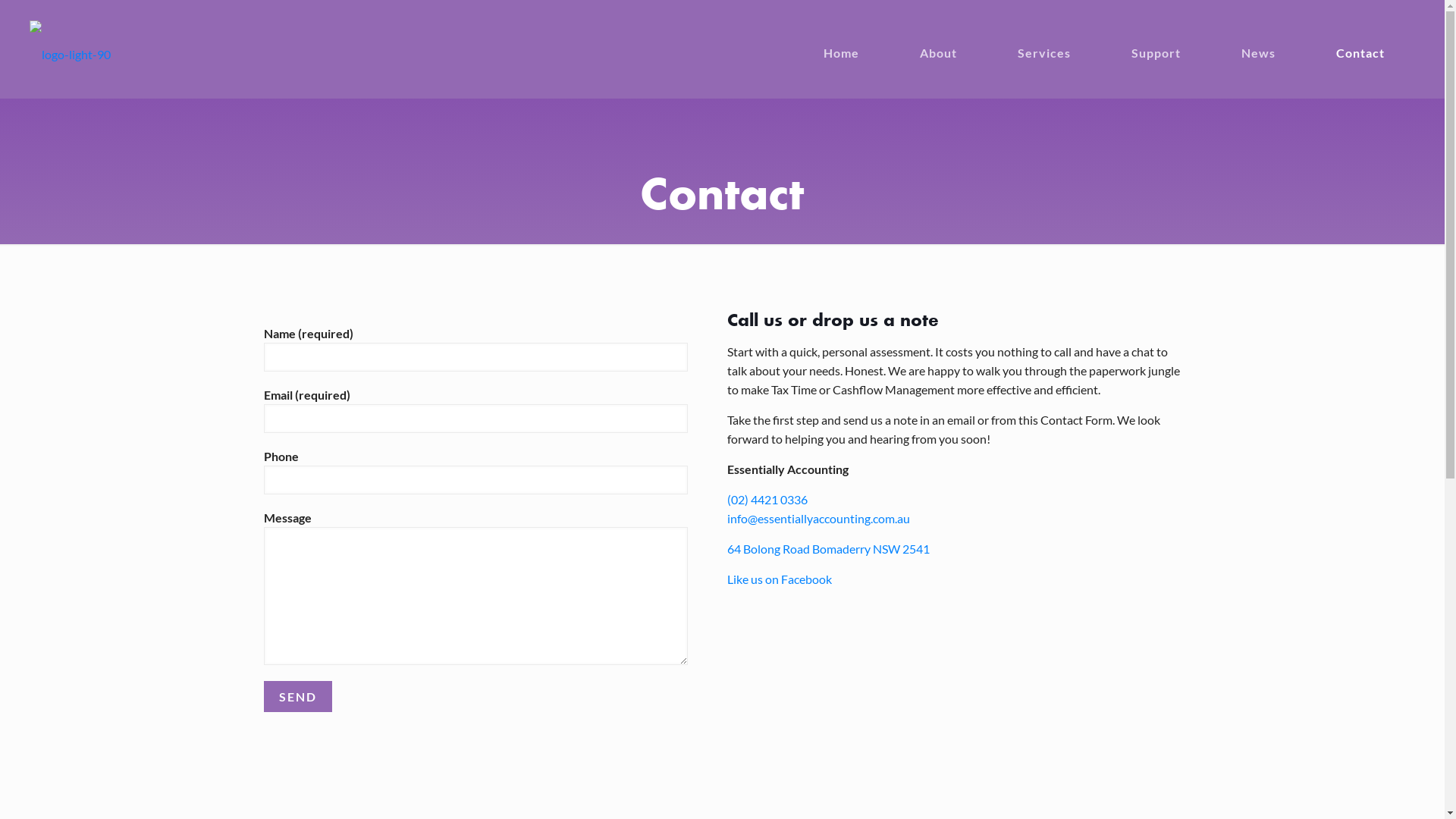 The height and width of the screenshot is (819, 1456). What do you see at coordinates (827, 548) in the screenshot?
I see `'64 Bolong Road Bomaderry NSW 2541'` at bounding box center [827, 548].